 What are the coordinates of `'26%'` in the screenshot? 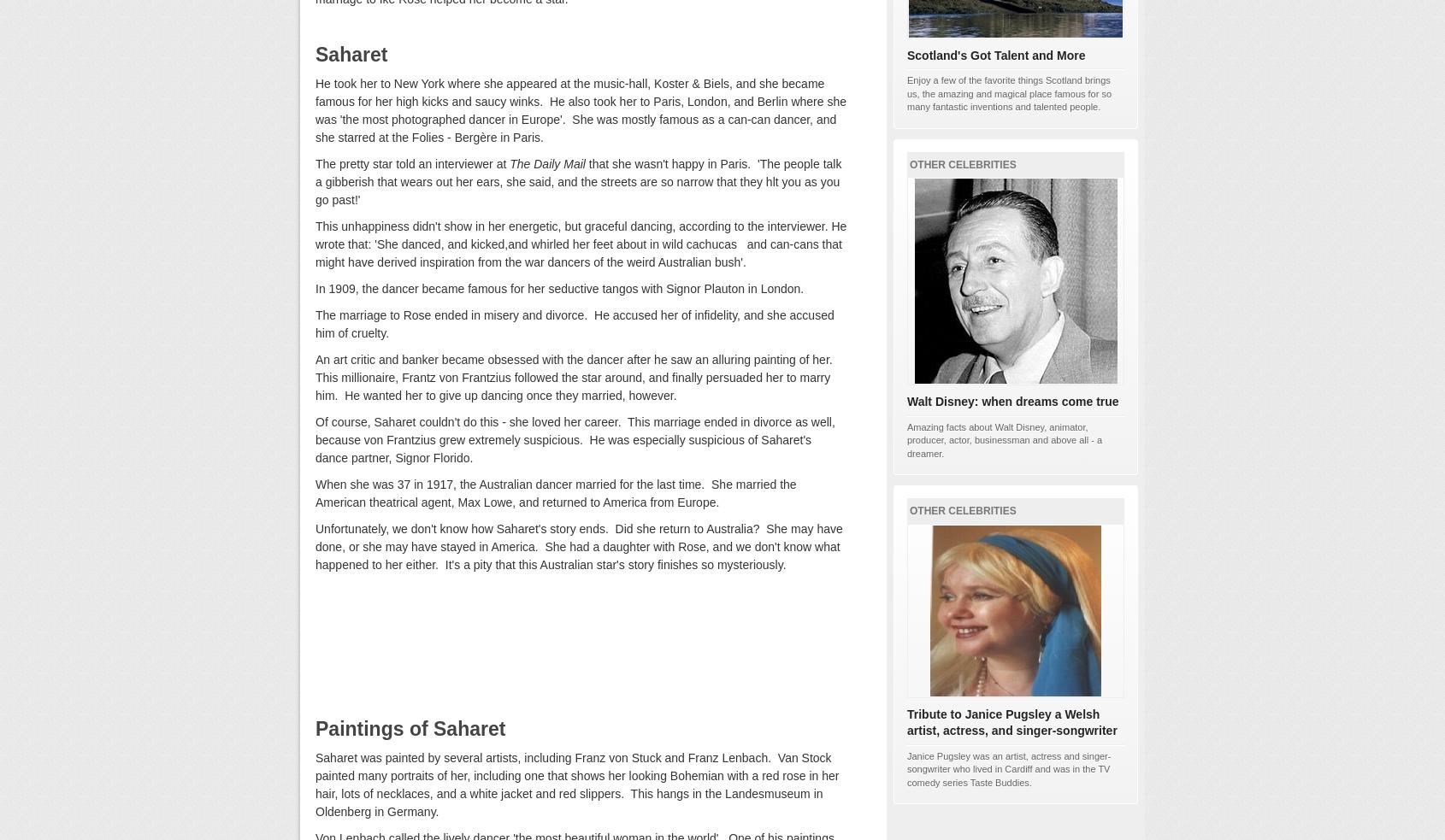 It's located at (925, 540).